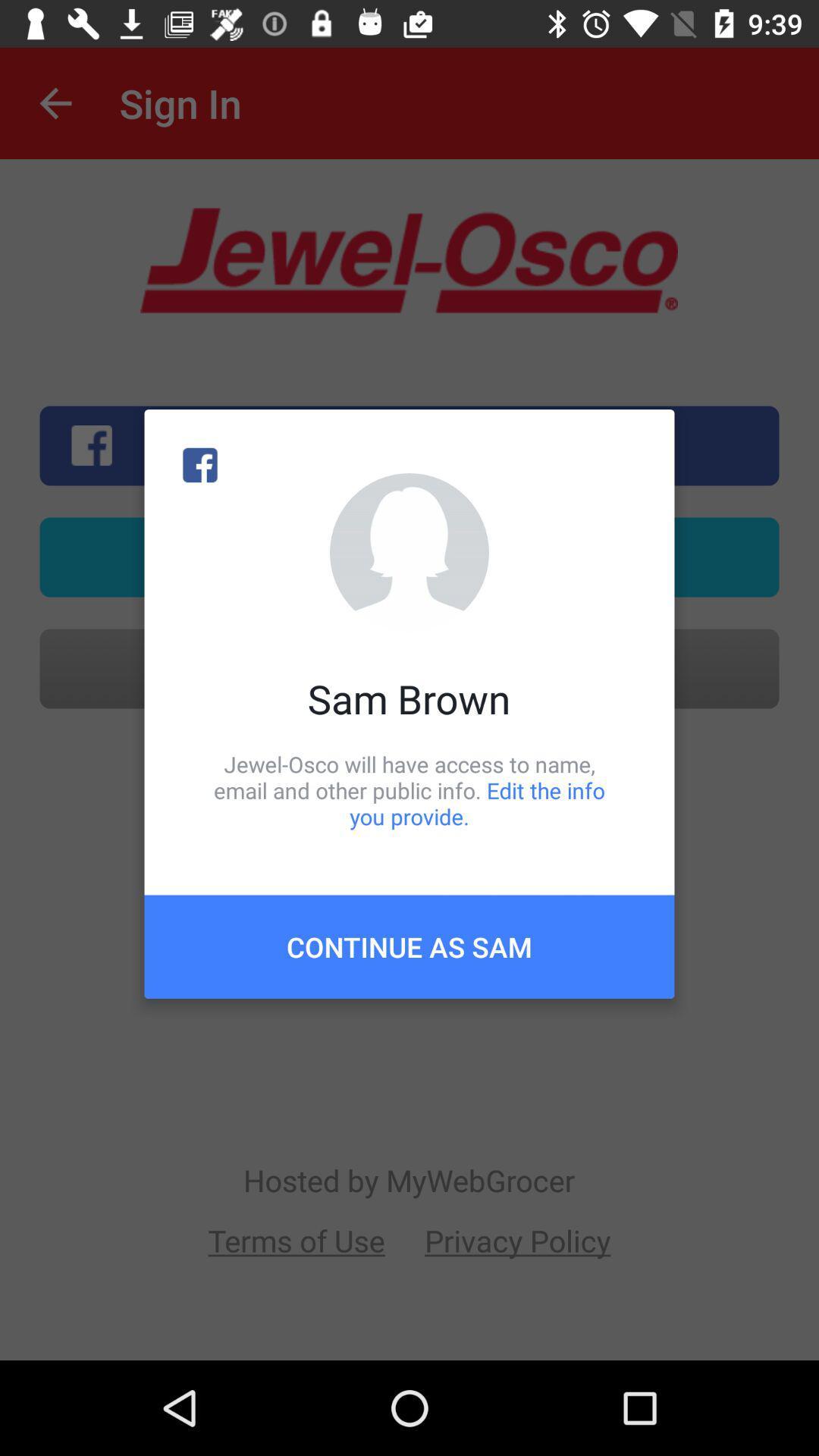 This screenshot has width=819, height=1456. I want to click on the icon above continue as sam item, so click(409, 789).